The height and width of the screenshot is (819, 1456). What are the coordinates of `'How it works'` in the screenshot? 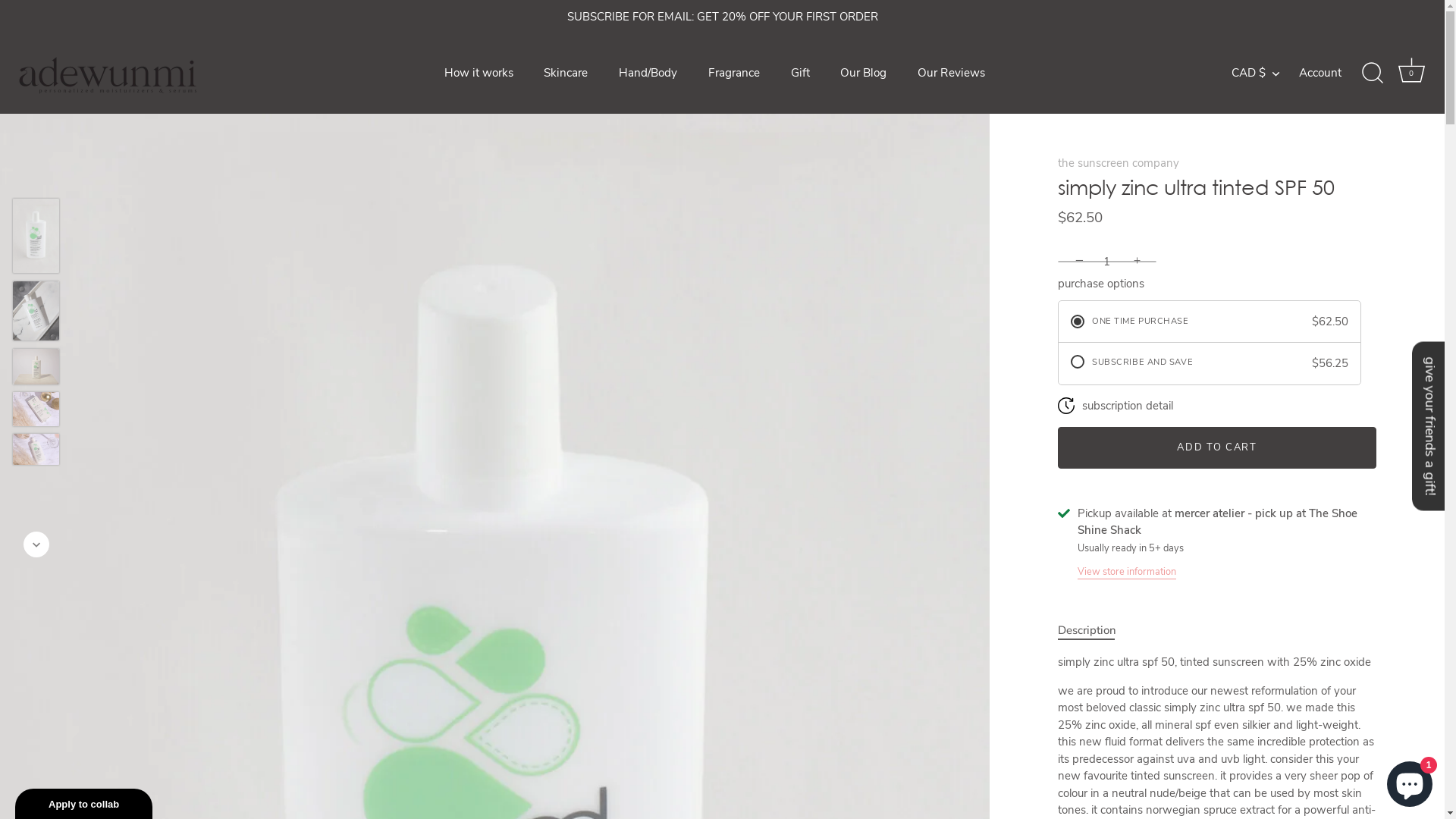 It's located at (477, 73).